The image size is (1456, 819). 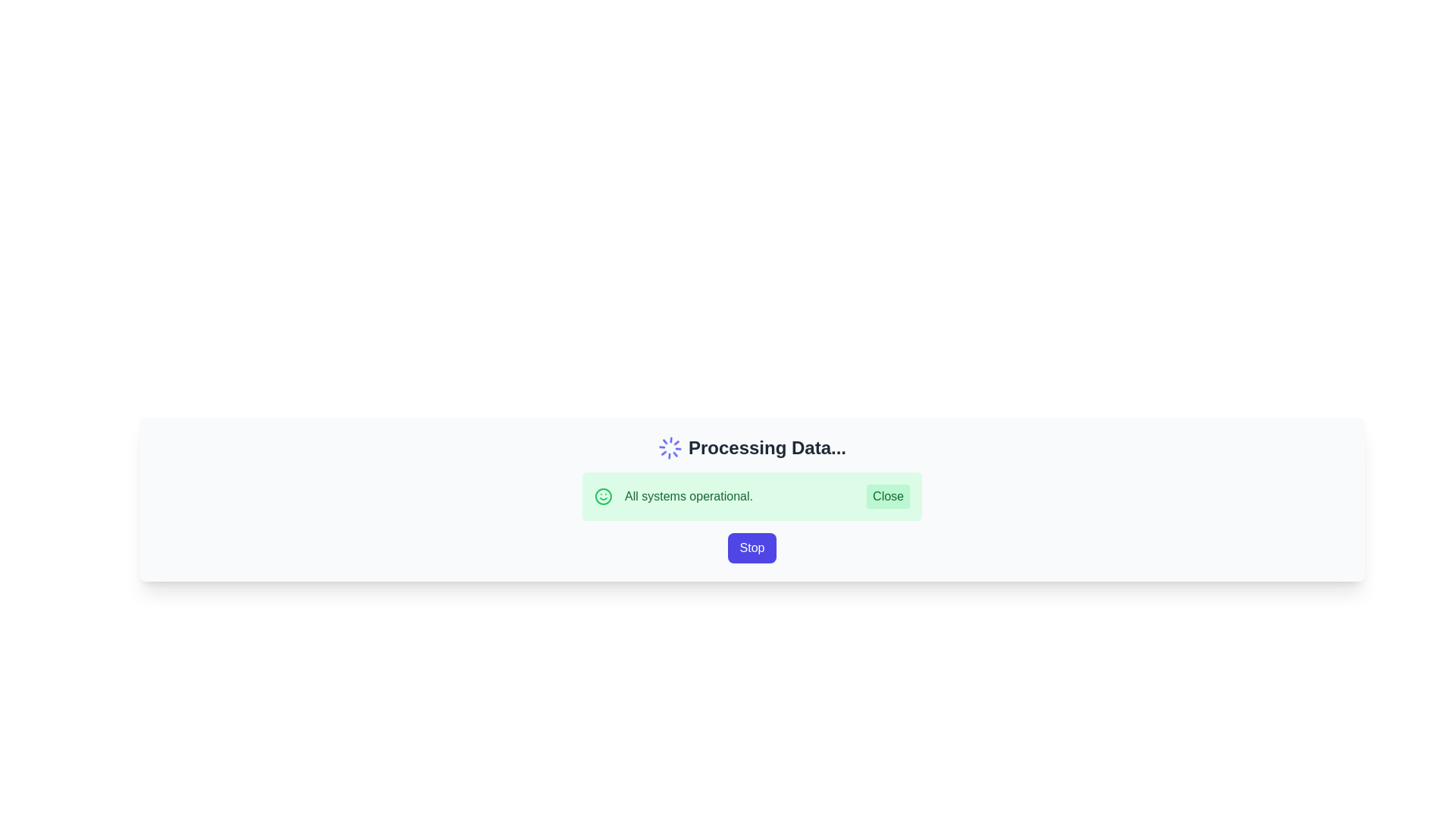 What do you see at coordinates (669, 447) in the screenshot?
I see `the circular spinner loading indicator with radiating lines in blue hue, which is located to the left of the 'Processing Data...' text` at bounding box center [669, 447].